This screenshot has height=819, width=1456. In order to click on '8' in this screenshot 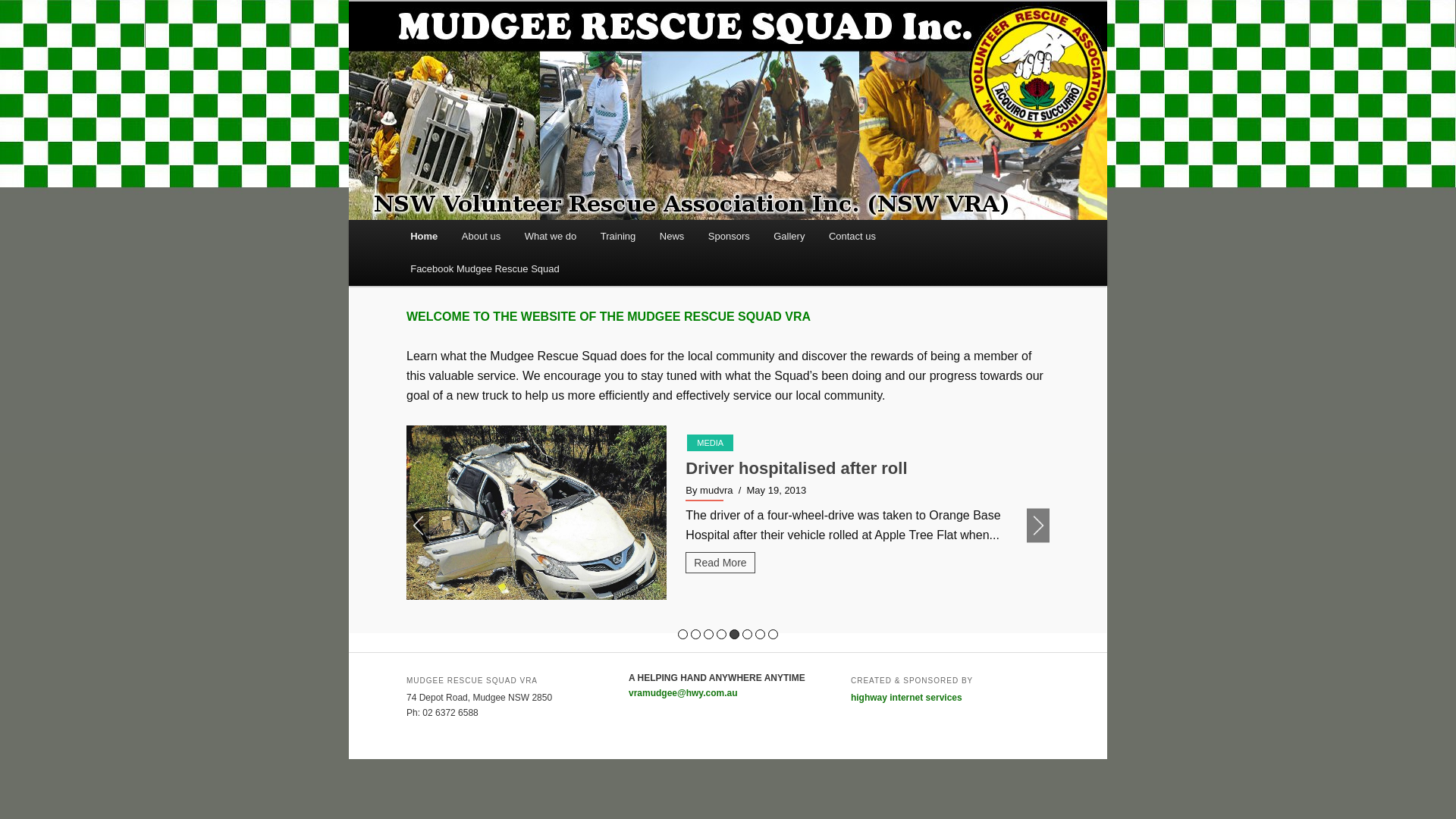, I will do `click(773, 634)`.